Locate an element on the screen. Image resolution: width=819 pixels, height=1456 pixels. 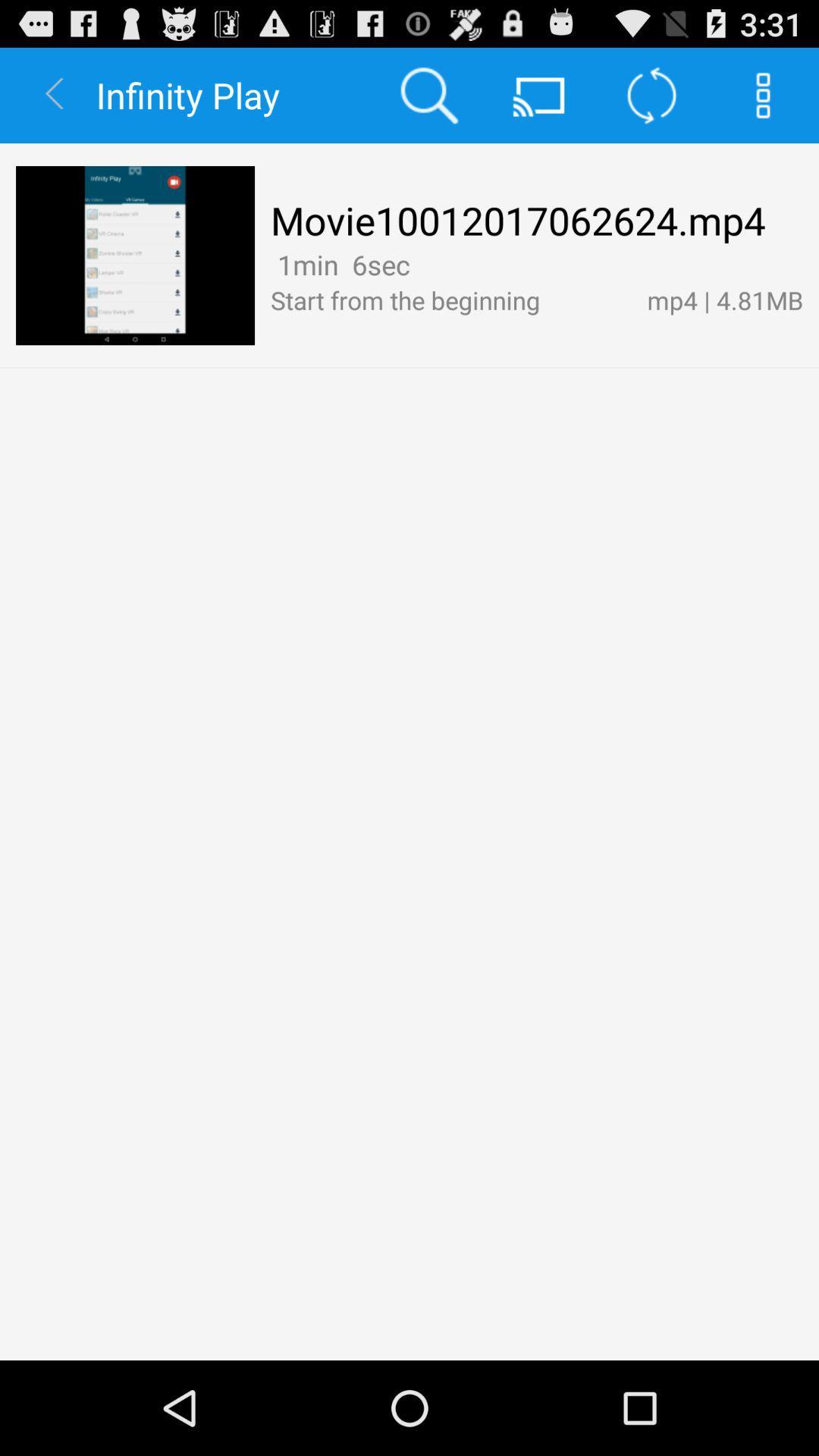
start from the icon is located at coordinates (450, 300).